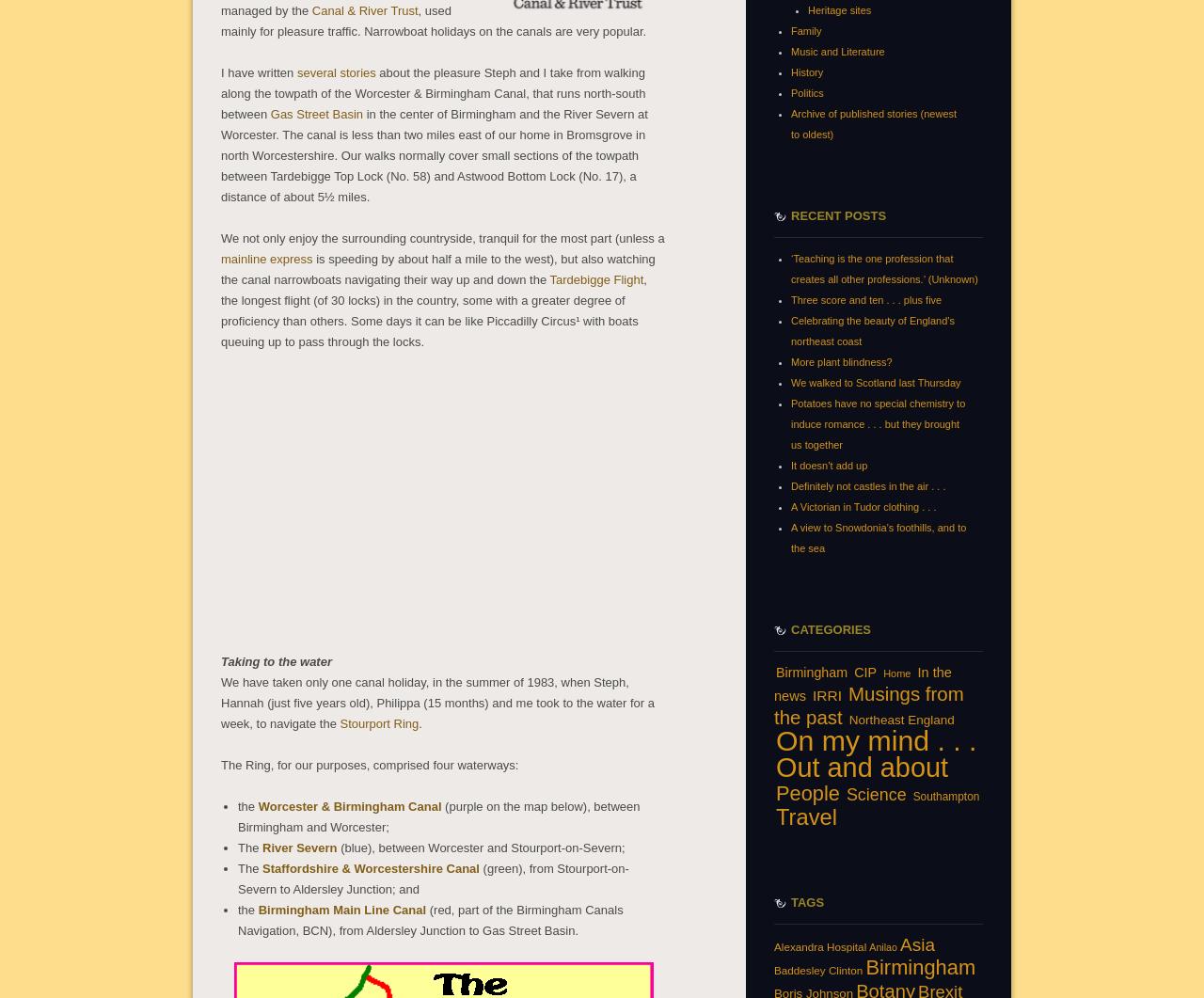 The width and height of the screenshot is (1204, 998). Describe the element at coordinates (881, 945) in the screenshot. I see `'Anilao'` at that location.